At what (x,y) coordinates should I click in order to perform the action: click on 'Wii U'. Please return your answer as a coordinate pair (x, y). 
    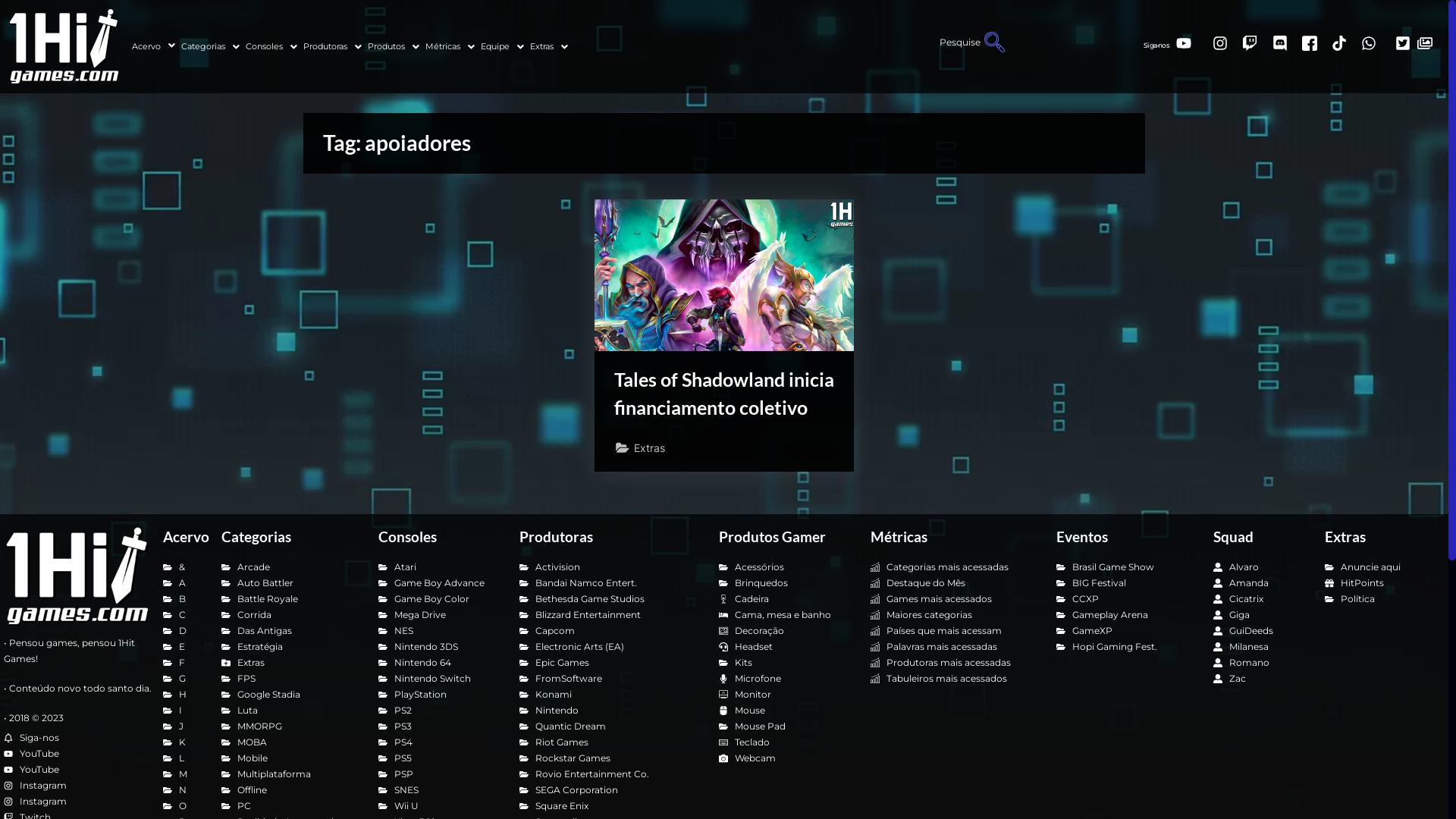
    Looking at the image, I should click on (440, 805).